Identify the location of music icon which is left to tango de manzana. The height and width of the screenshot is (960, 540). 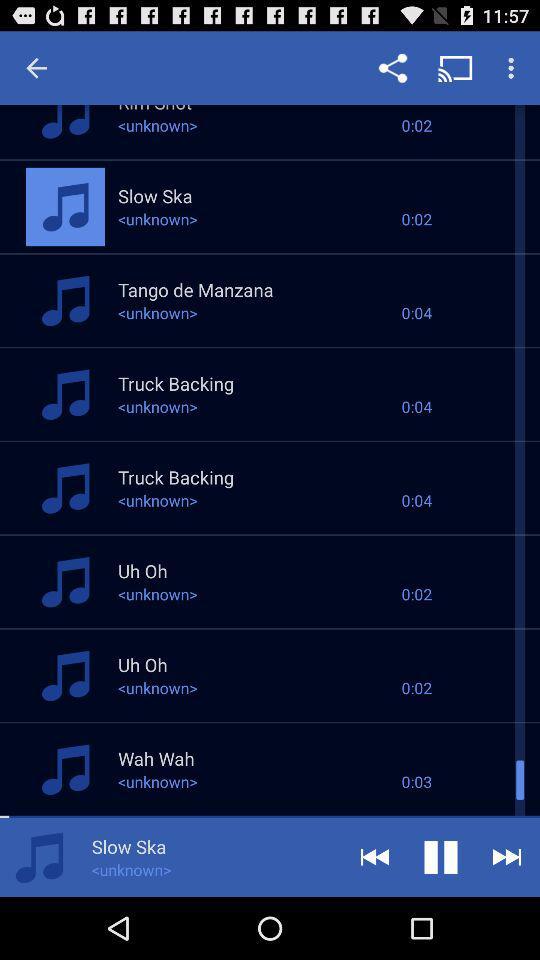
(65, 299).